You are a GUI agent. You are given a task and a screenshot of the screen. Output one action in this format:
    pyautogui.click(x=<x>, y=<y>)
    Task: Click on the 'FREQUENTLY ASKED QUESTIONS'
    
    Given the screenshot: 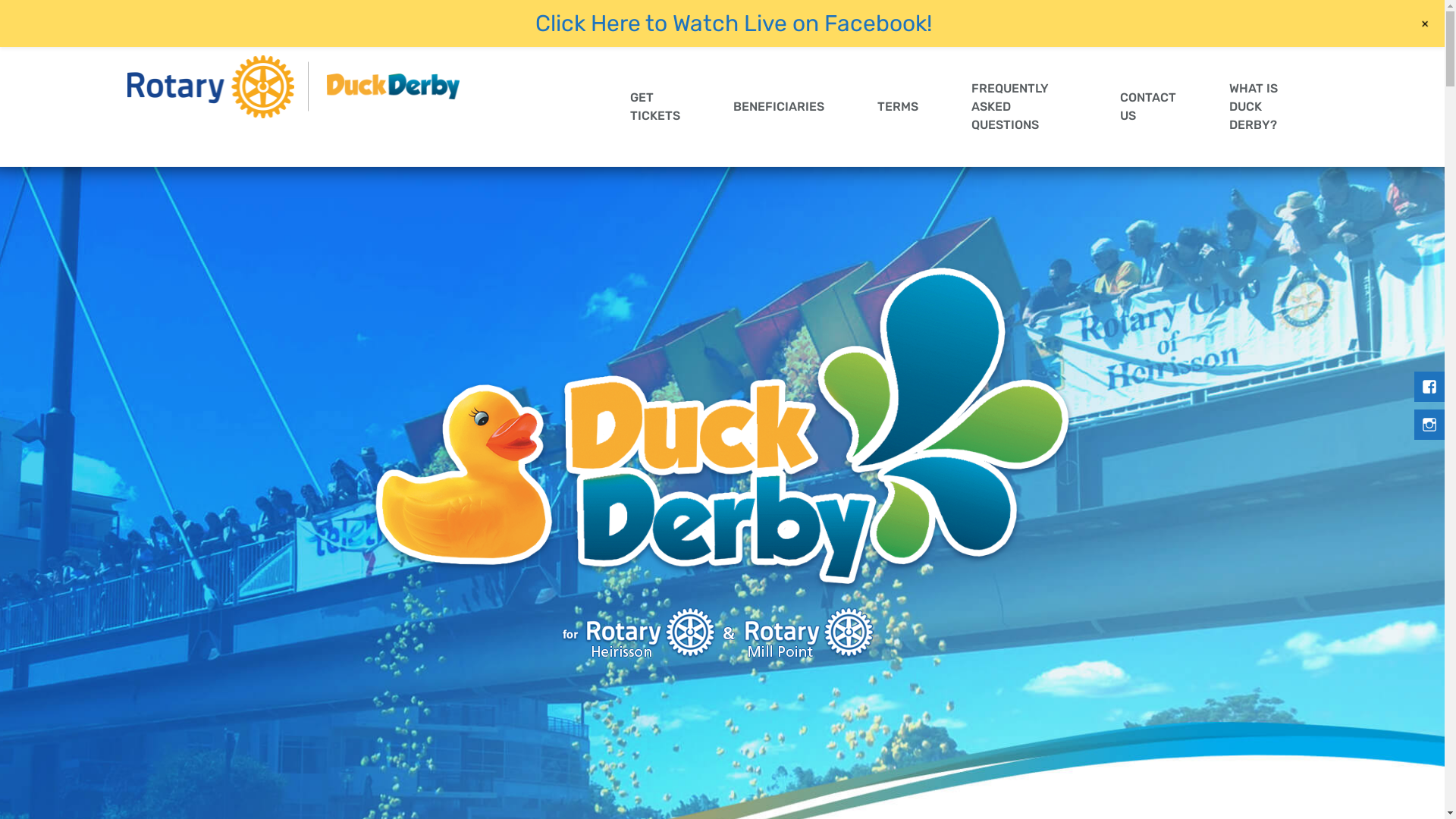 What is the action you would take?
    pyautogui.click(x=1019, y=106)
    